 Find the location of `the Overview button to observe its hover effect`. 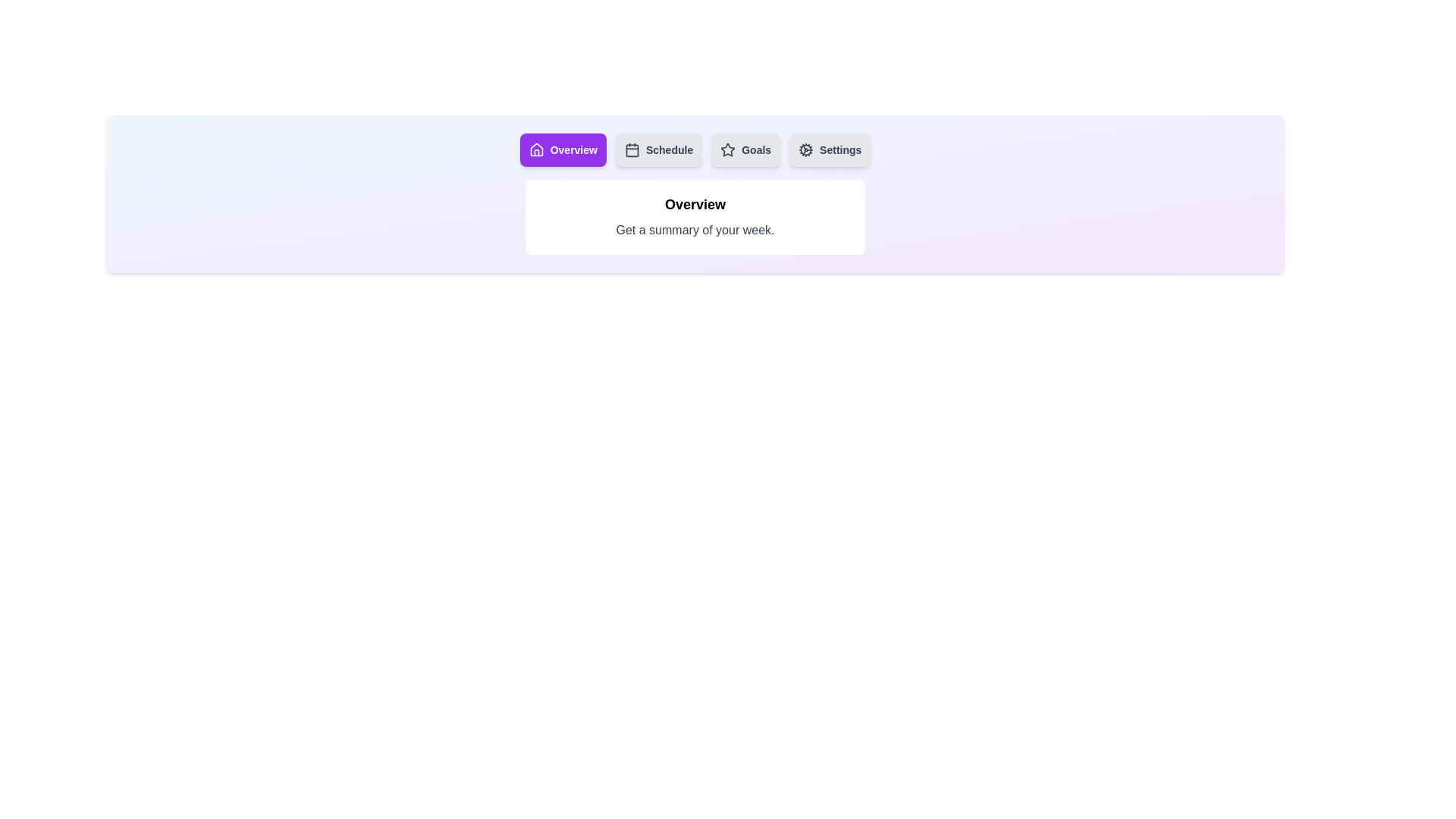

the Overview button to observe its hover effect is located at coordinates (562, 149).